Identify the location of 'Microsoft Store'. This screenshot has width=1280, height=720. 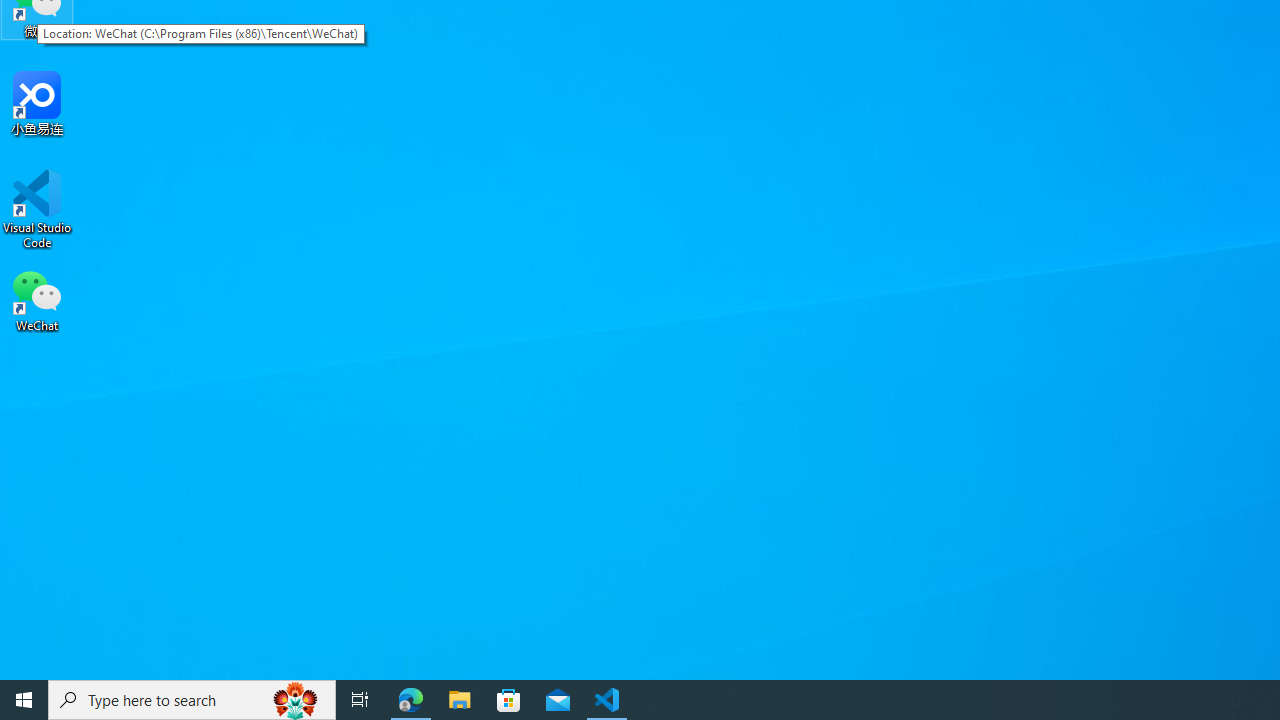
(509, 698).